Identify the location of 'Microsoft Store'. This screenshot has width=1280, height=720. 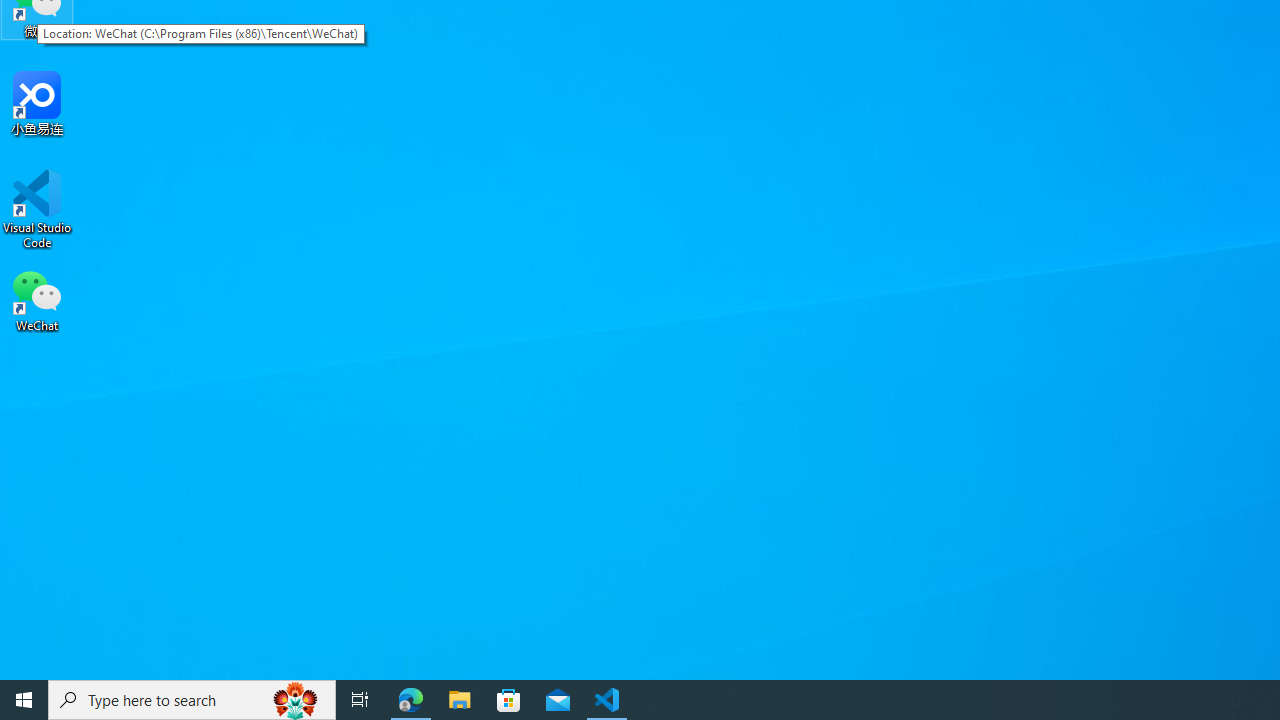
(509, 698).